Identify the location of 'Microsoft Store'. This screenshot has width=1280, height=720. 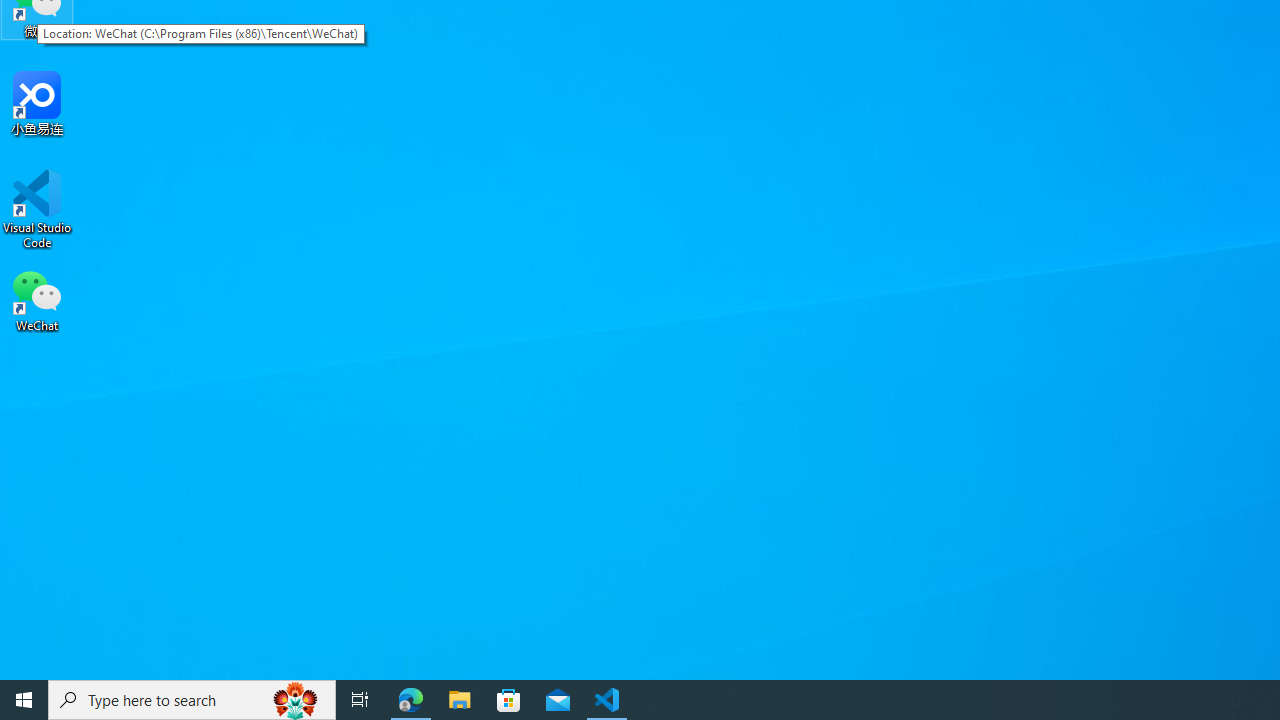
(509, 698).